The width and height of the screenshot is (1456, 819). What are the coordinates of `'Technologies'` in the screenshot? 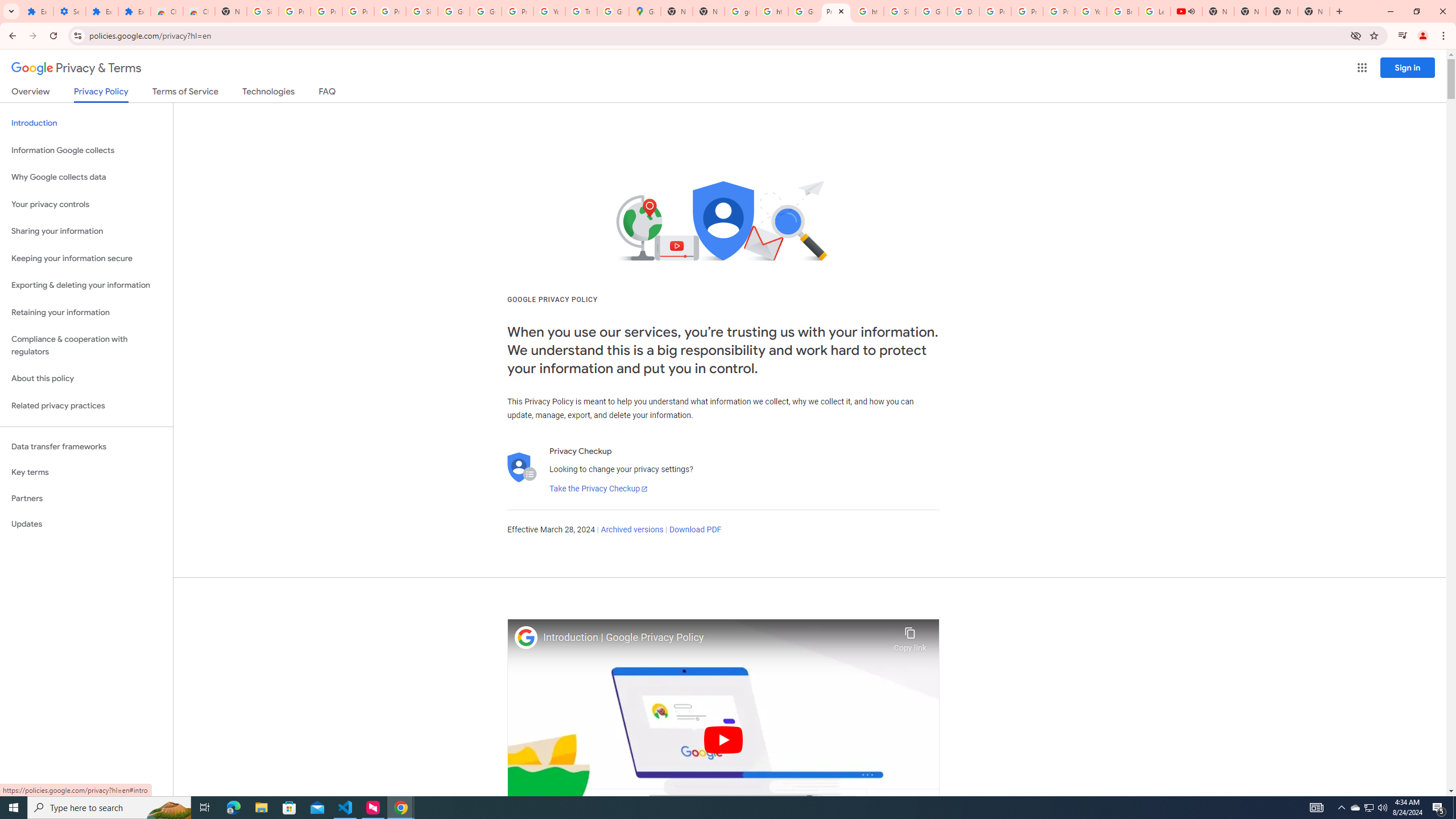 It's located at (268, 93).